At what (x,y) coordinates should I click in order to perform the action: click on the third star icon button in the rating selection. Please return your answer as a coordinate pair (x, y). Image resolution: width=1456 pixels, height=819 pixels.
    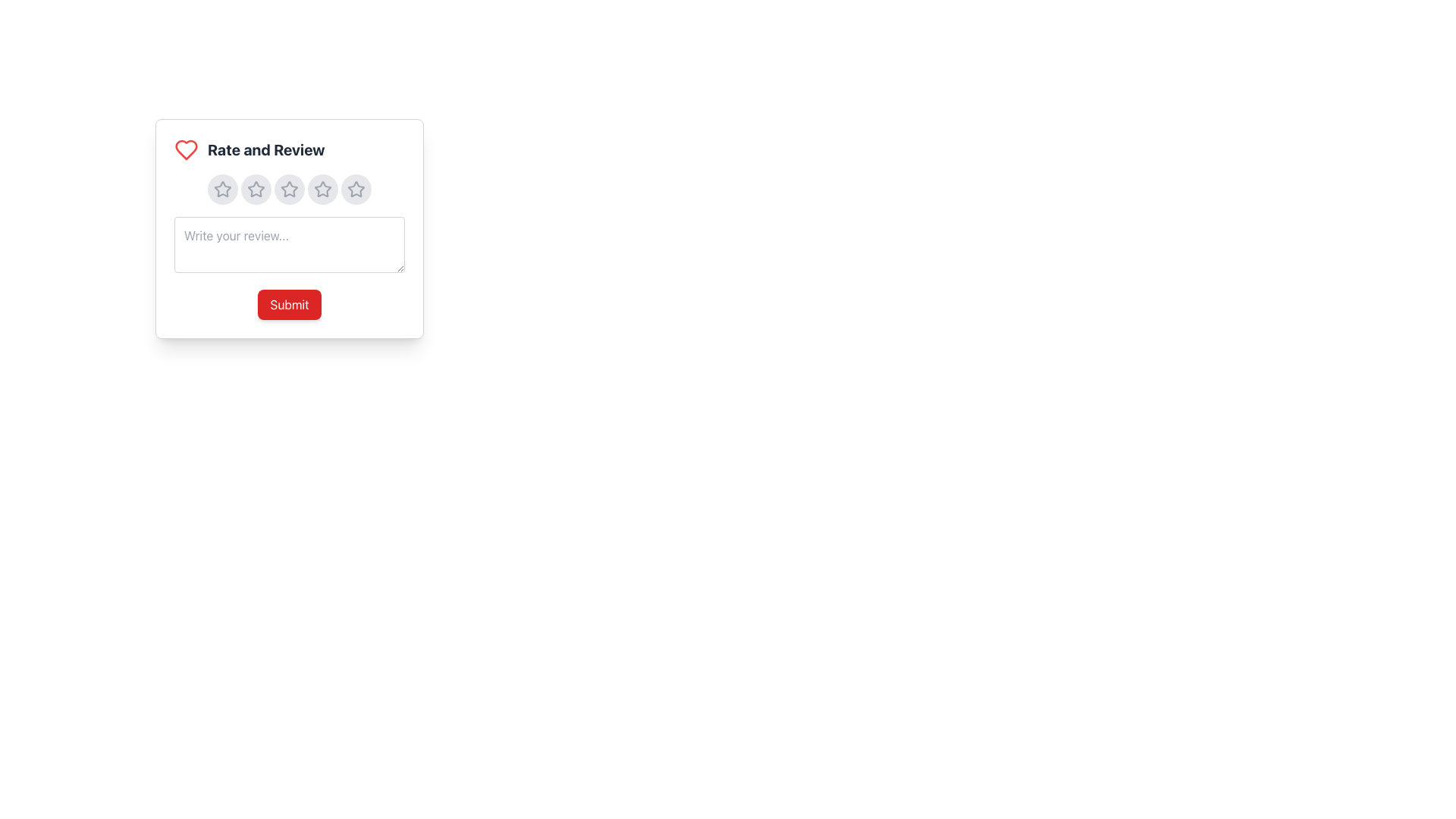
    Looking at the image, I should click on (290, 189).